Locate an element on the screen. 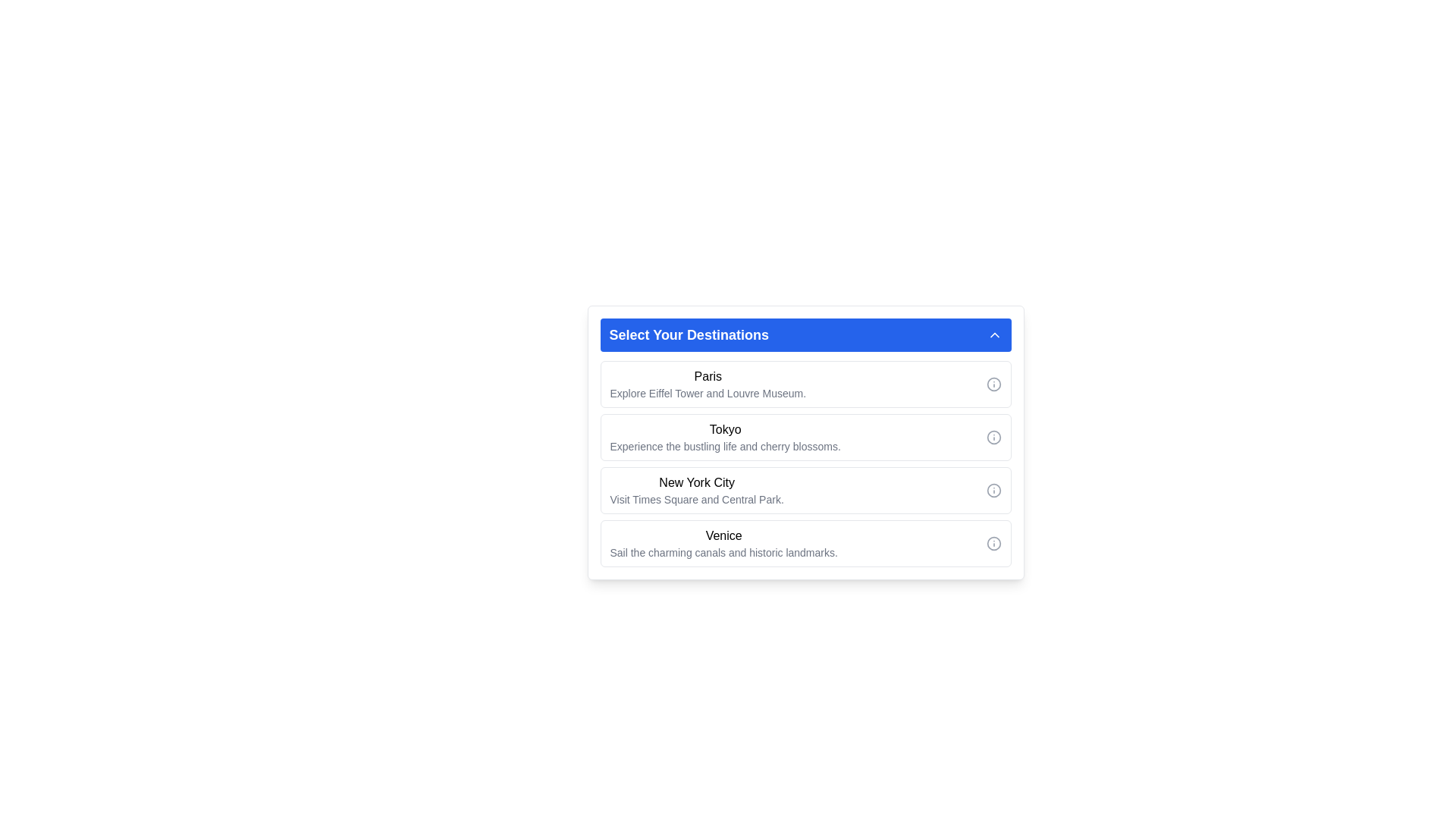 This screenshot has height=819, width=1456. the title text label for the 'New York City' destination entry, which is positioned in the third slot of a list of destinations is located at coordinates (696, 482).